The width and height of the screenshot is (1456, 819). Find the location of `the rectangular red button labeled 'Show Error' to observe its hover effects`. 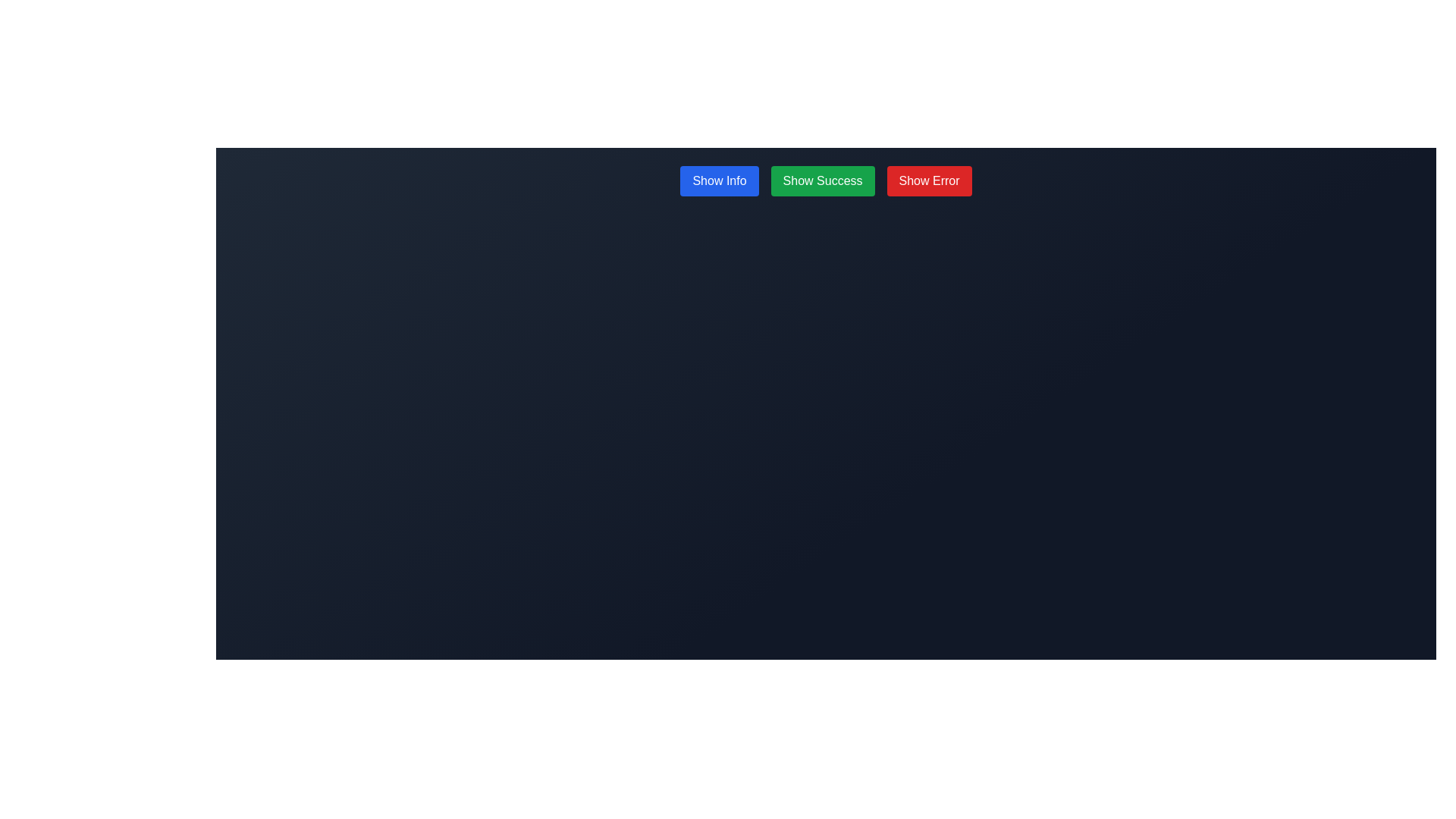

the rectangular red button labeled 'Show Error' to observe its hover effects is located at coordinates (928, 180).